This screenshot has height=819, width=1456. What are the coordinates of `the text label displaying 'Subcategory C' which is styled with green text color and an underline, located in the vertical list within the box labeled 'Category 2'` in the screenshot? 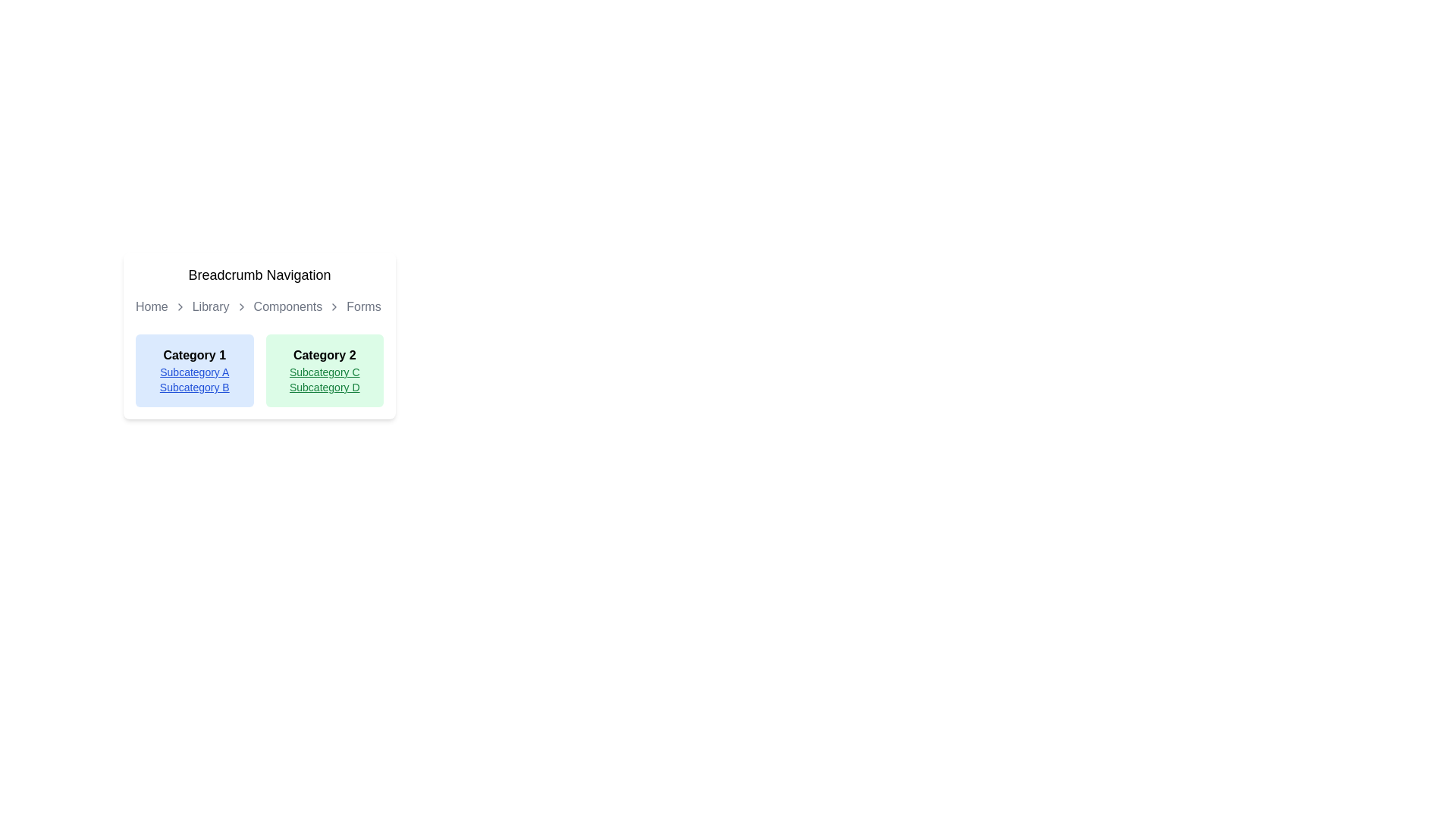 It's located at (324, 372).